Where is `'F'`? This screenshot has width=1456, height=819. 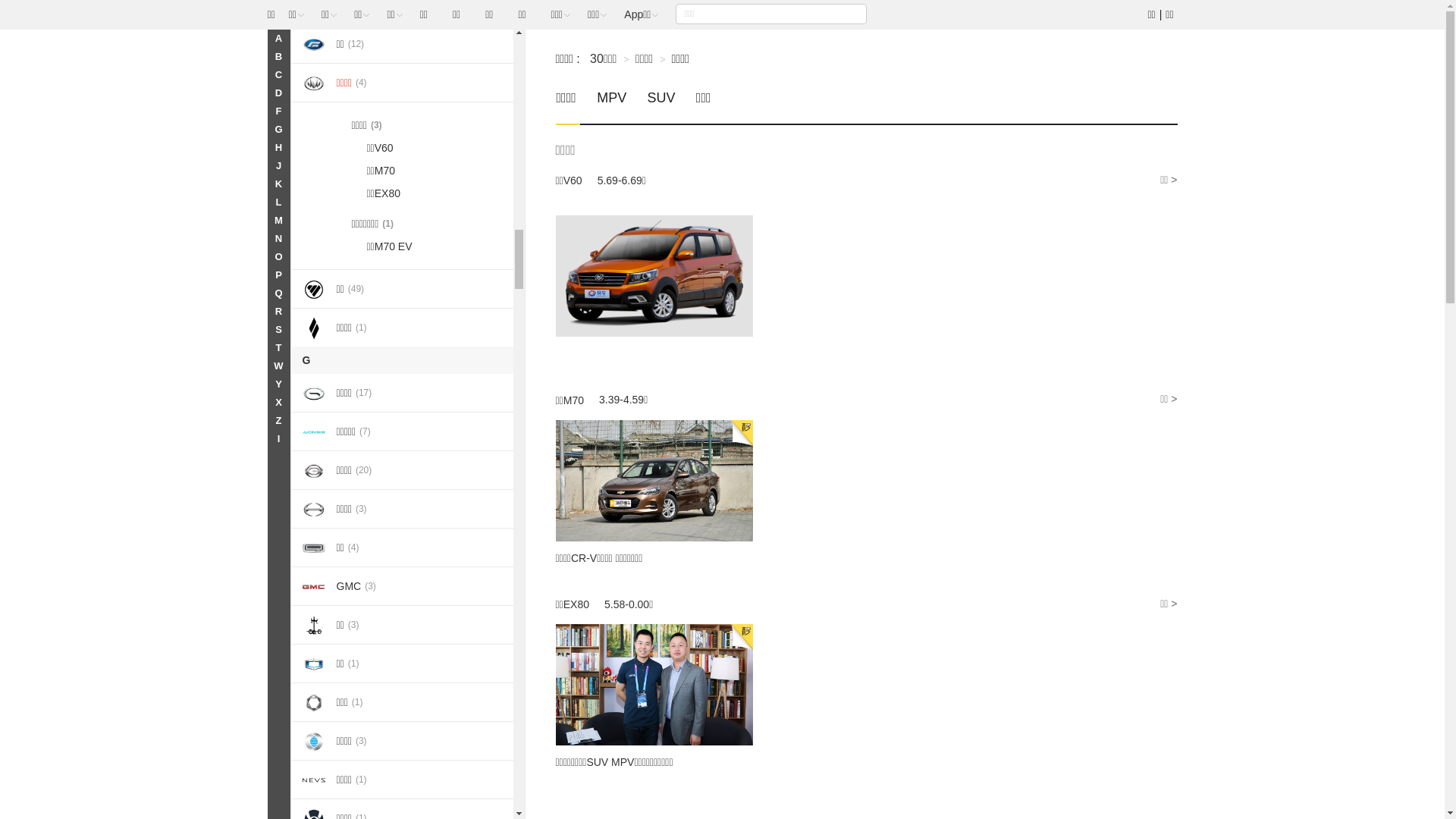
'F' is located at coordinates (278, 110).